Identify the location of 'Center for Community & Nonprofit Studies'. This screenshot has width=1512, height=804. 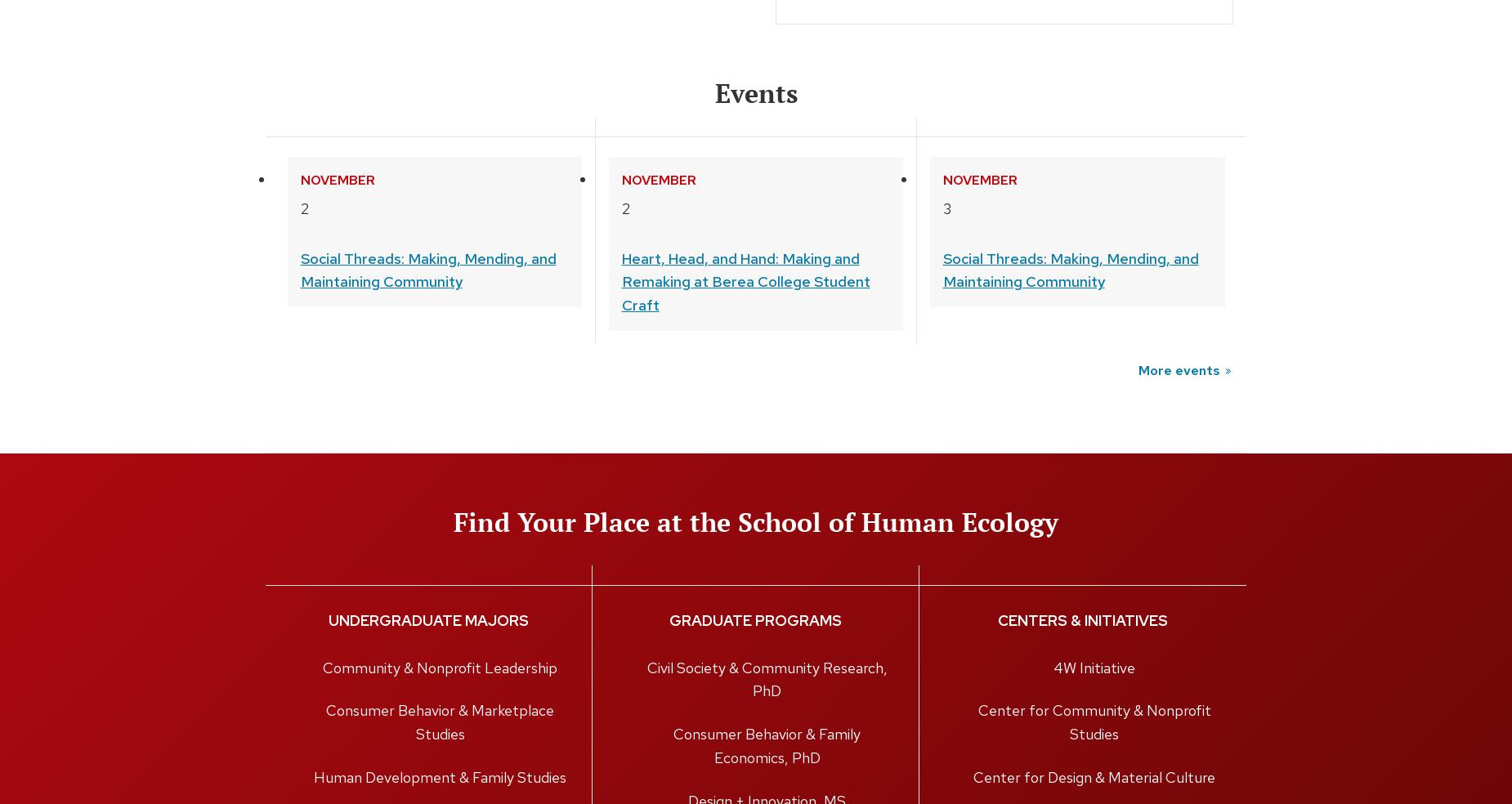
(1093, 722).